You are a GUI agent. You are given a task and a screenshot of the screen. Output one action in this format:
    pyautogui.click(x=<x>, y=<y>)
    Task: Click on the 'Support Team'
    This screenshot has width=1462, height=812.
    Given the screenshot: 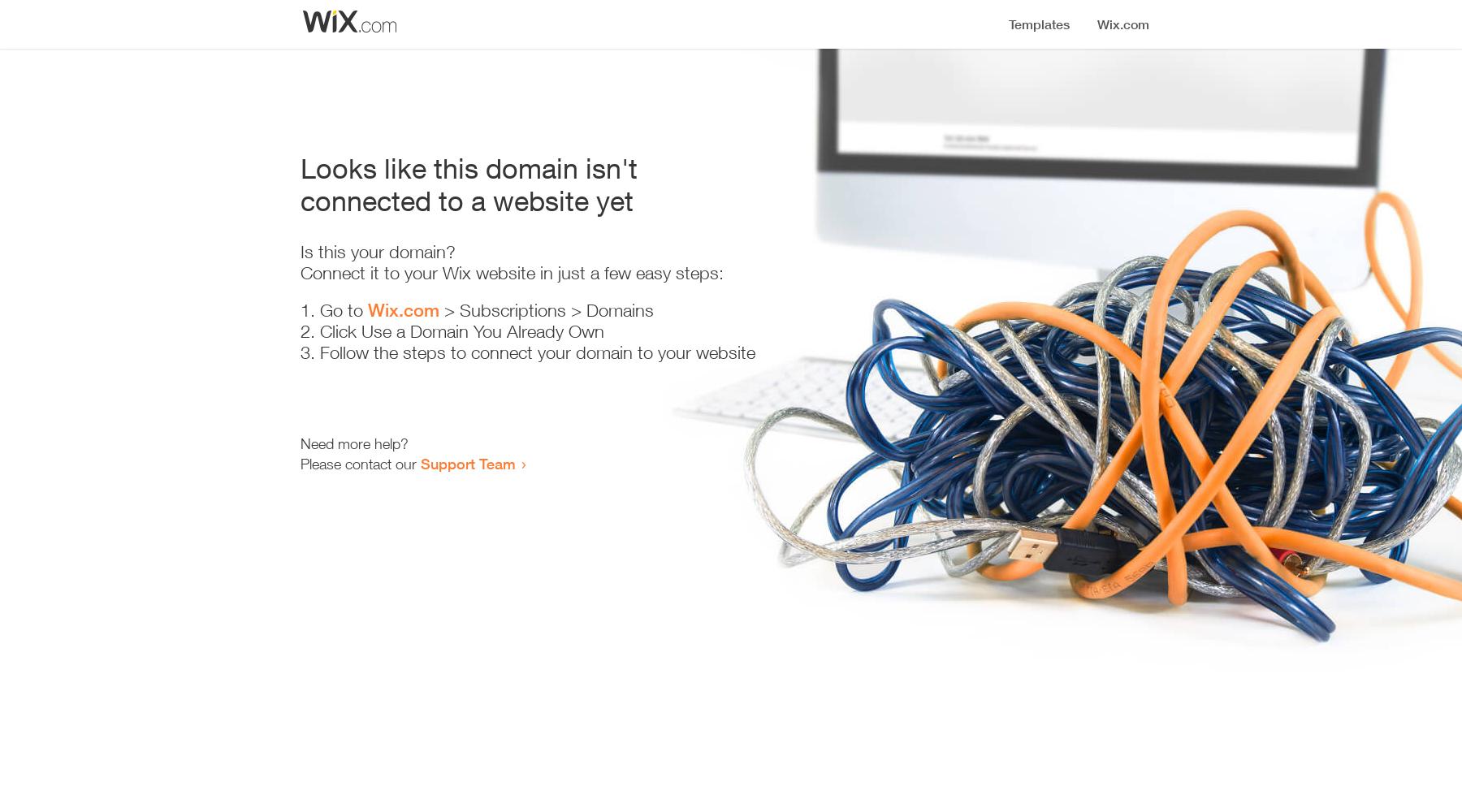 What is the action you would take?
    pyautogui.click(x=468, y=463)
    